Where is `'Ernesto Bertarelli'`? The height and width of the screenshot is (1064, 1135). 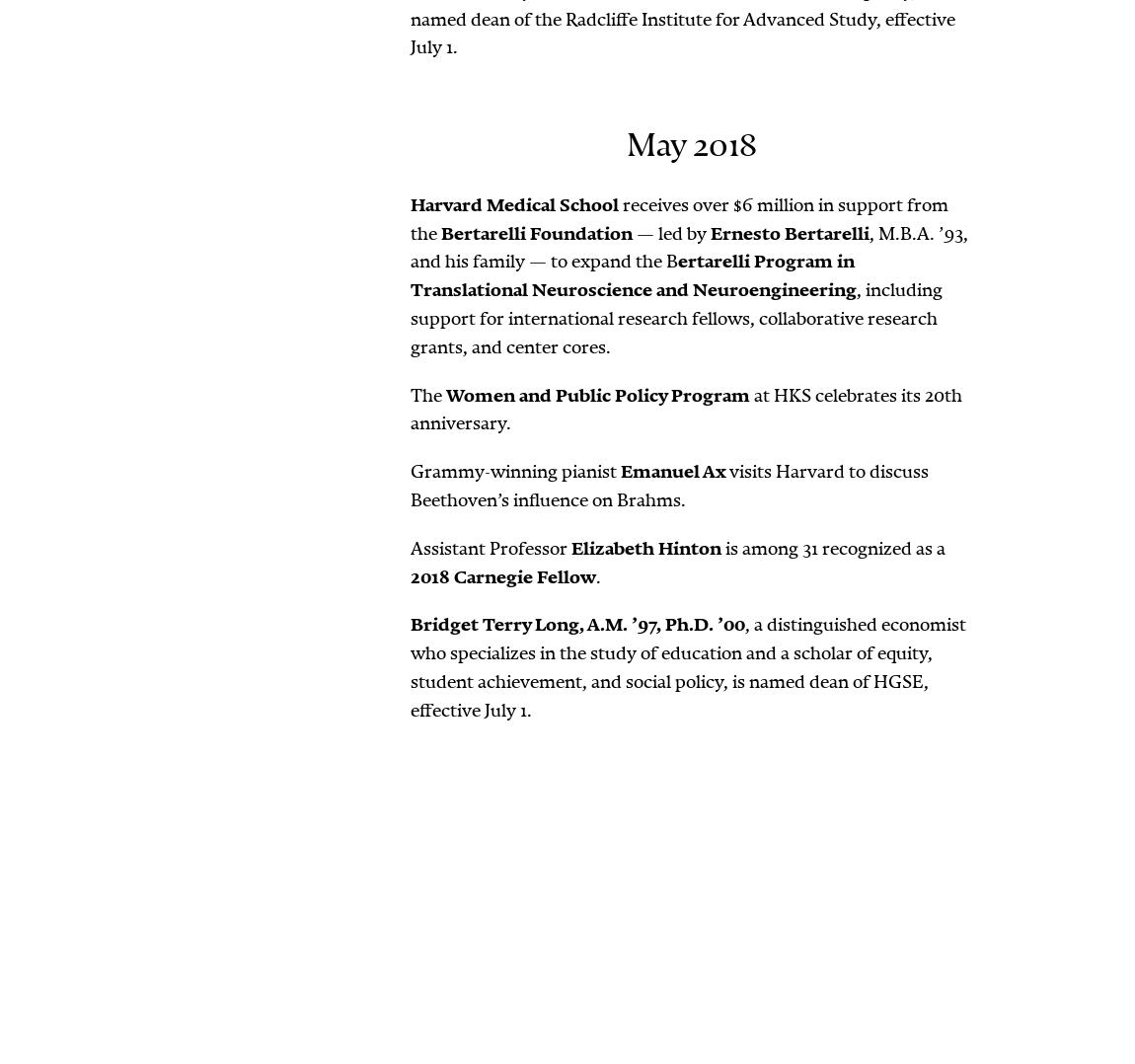
'Ernesto Bertarelli' is located at coordinates (789, 231).